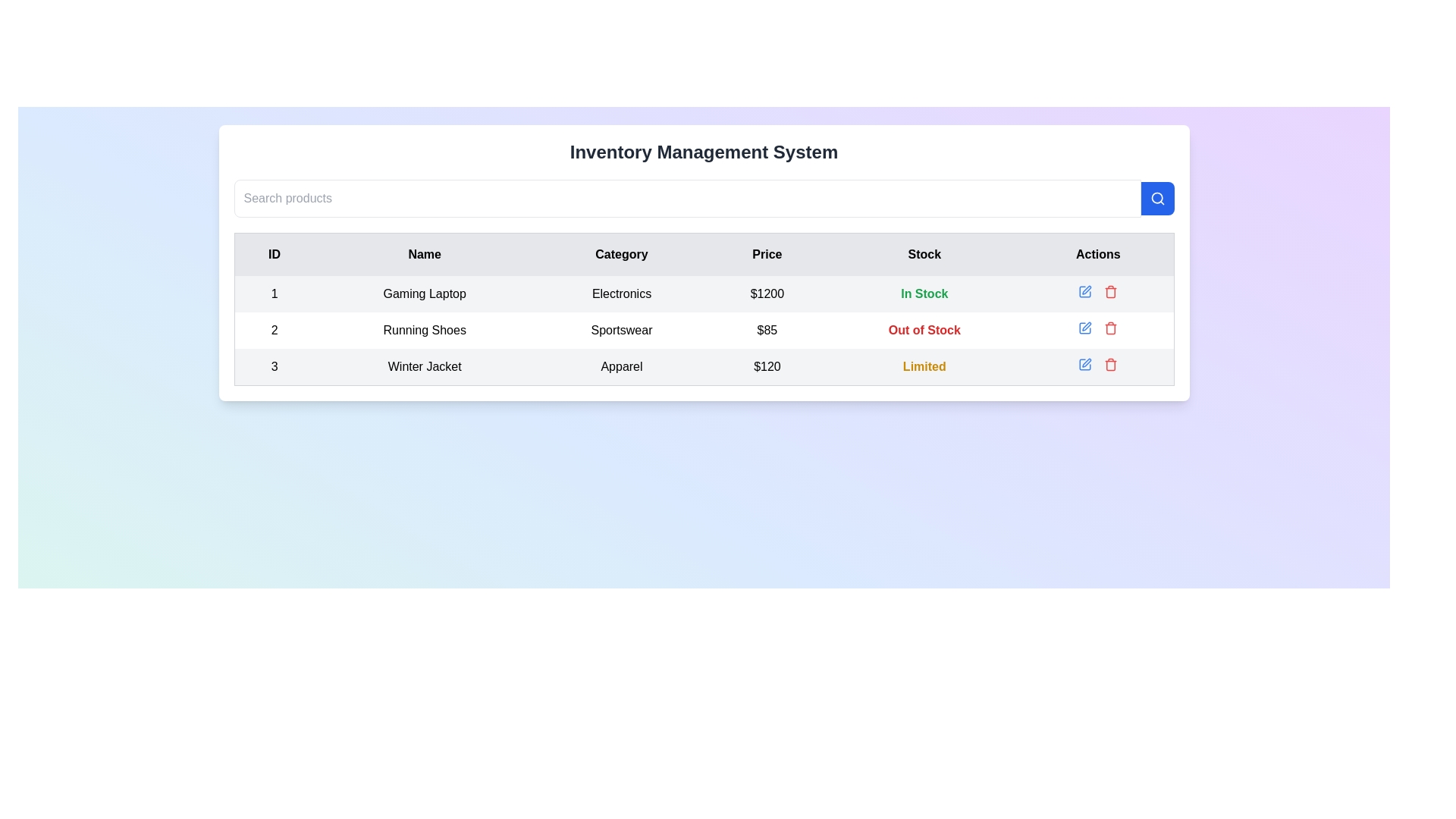  Describe the element at coordinates (767, 294) in the screenshot. I see `the price text indicating that the cost of the 'Gaming Laptop' is $1200, which is located in the fourth column of the product table` at that location.